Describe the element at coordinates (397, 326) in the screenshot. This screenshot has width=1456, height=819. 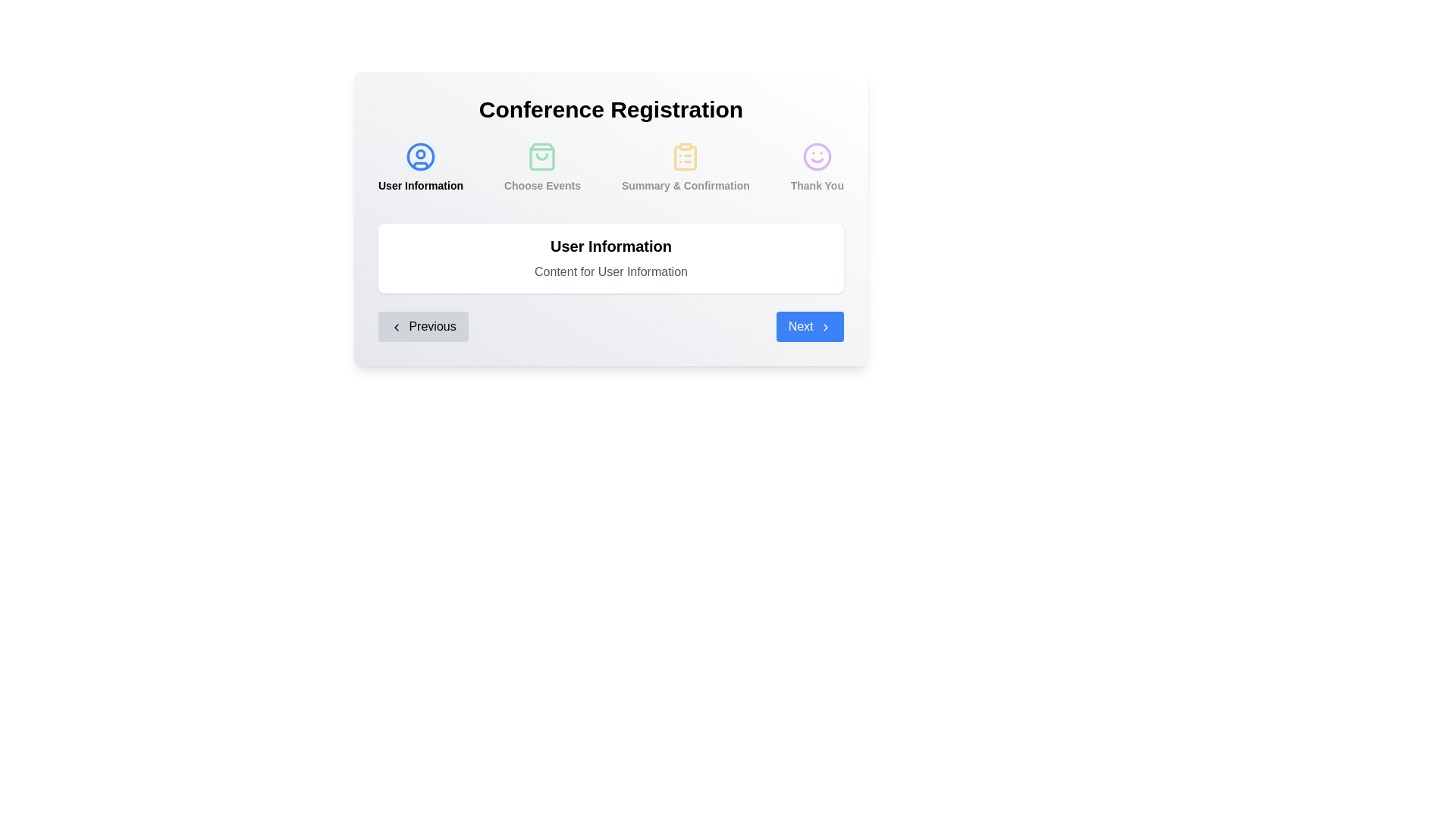
I see `the backward navigation arrow icon located inside the 'Previous' button` at that location.